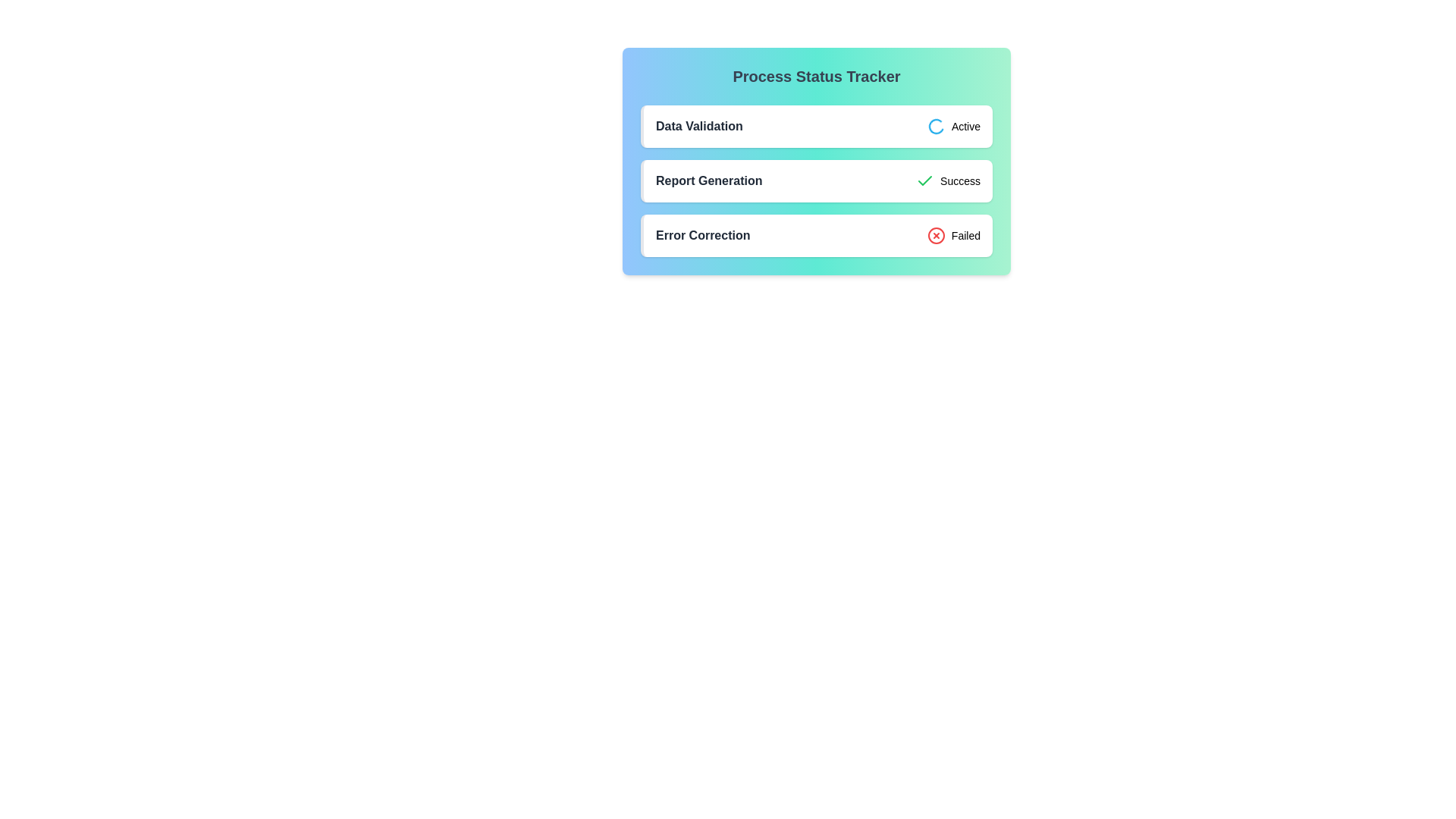 This screenshot has width=1456, height=819. What do you see at coordinates (924, 180) in the screenshot?
I see `the checkmark icon that indicates the successful completion of the 'Report Generation' process, located immediately to the right of the 'Report Generation' label` at bounding box center [924, 180].